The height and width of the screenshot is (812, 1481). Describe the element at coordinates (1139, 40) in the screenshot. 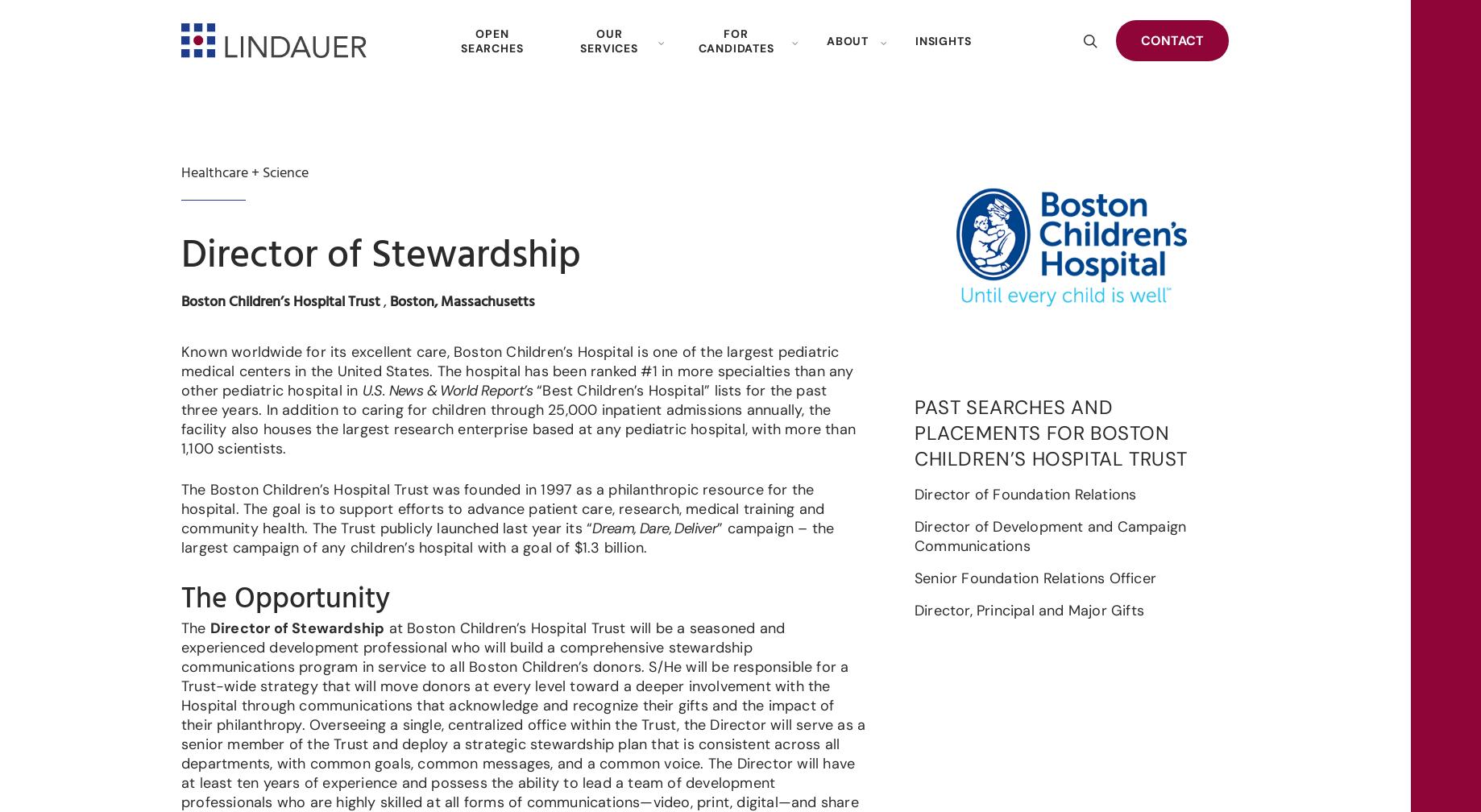

I see `'Contact'` at that location.